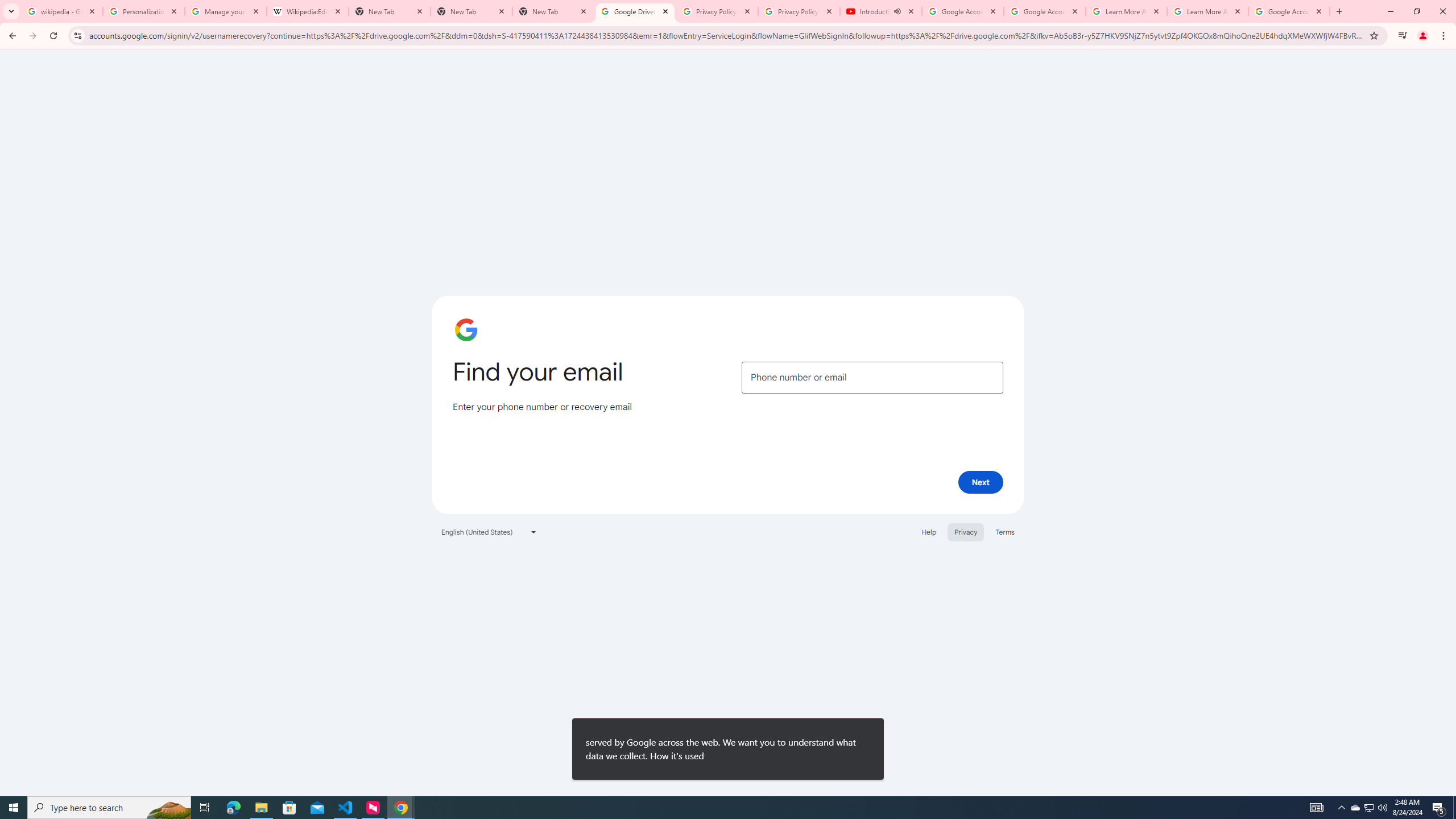 Image resolution: width=1456 pixels, height=819 pixels. Describe the element at coordinates (552, 11) in the screenshot. I see `'New Tab'` at that location.